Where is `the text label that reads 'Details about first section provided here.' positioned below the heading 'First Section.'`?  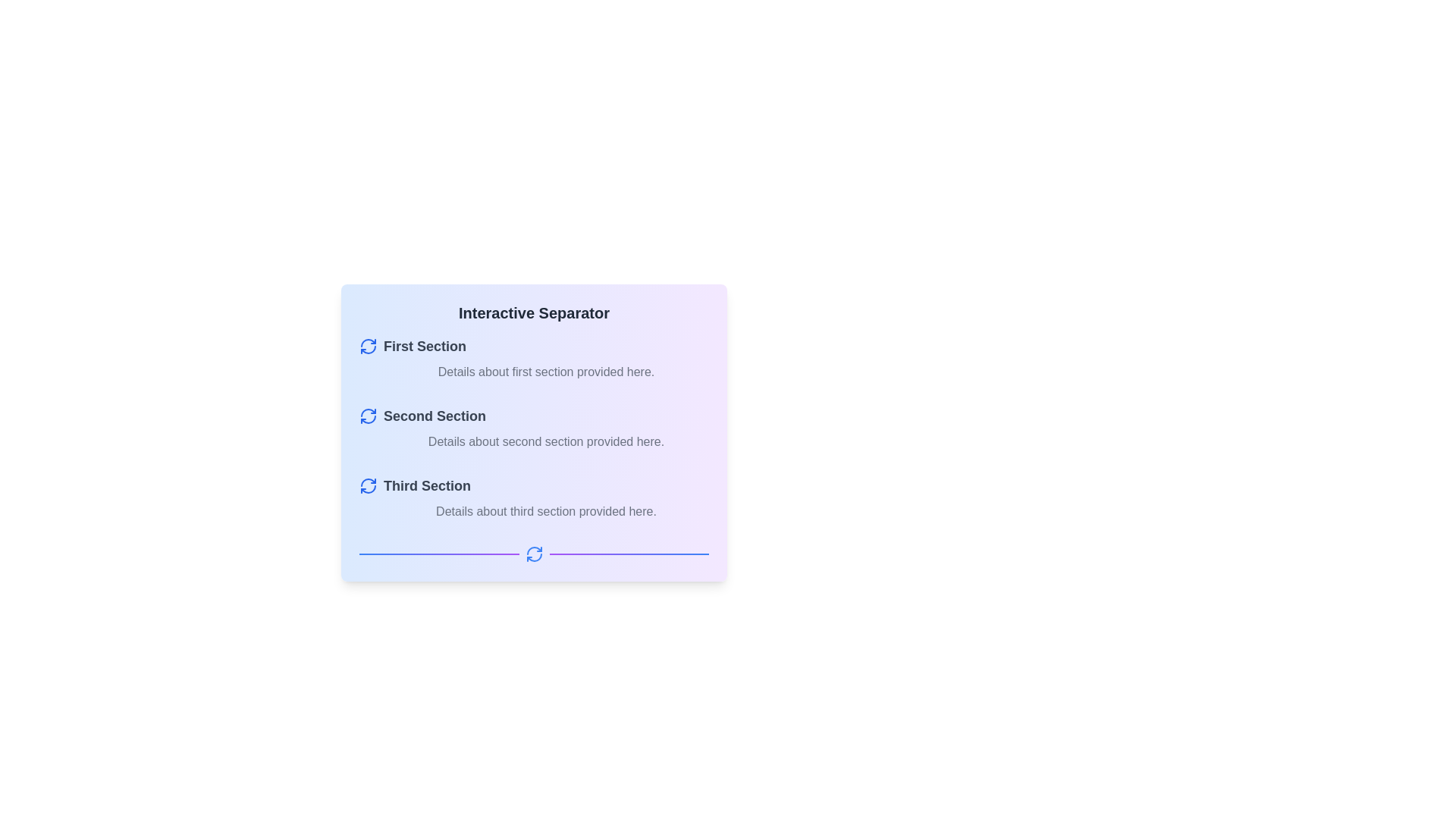 the text label that reads 'Details about first section provided here.' positioned below the heading 'First Section.' is located at coordinates (546, 372).